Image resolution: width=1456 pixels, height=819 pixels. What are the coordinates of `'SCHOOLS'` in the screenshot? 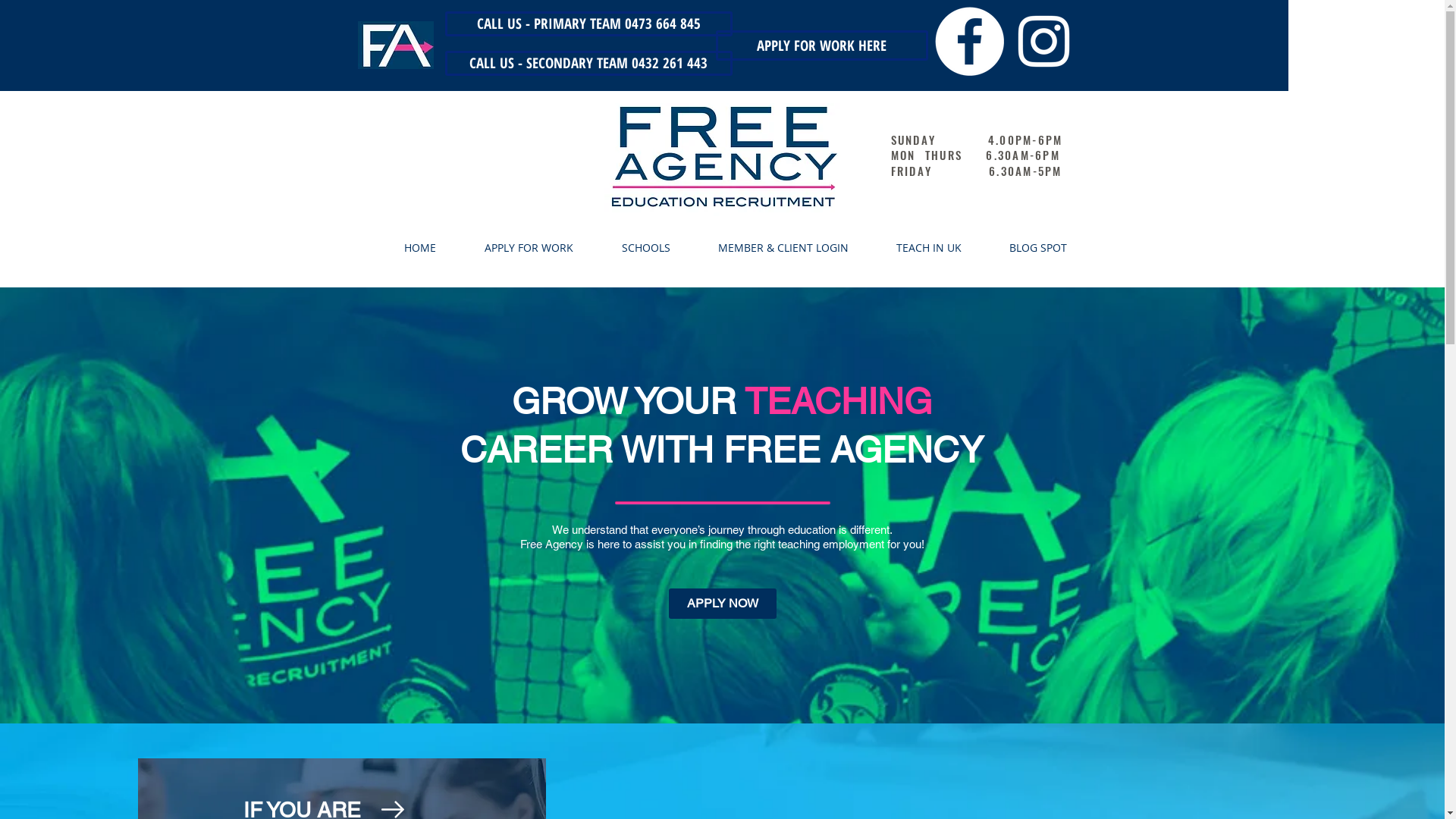 It's located at (632, 246).